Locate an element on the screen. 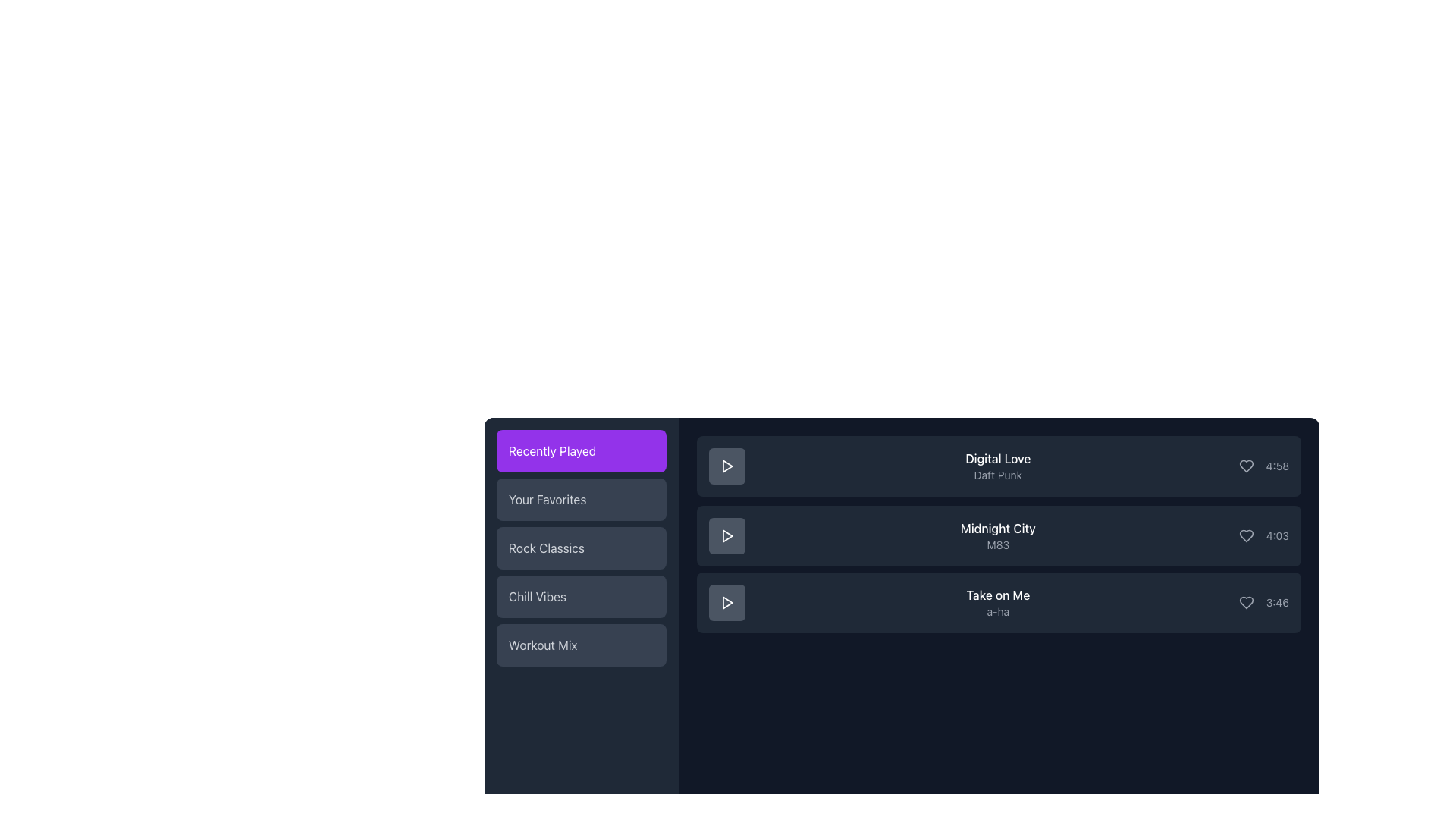 This screenshot has width=1456, height=819. the song entry in the list of clickable items to play the song, located in the center-right area of the interface is located at coordinates (999, 534).